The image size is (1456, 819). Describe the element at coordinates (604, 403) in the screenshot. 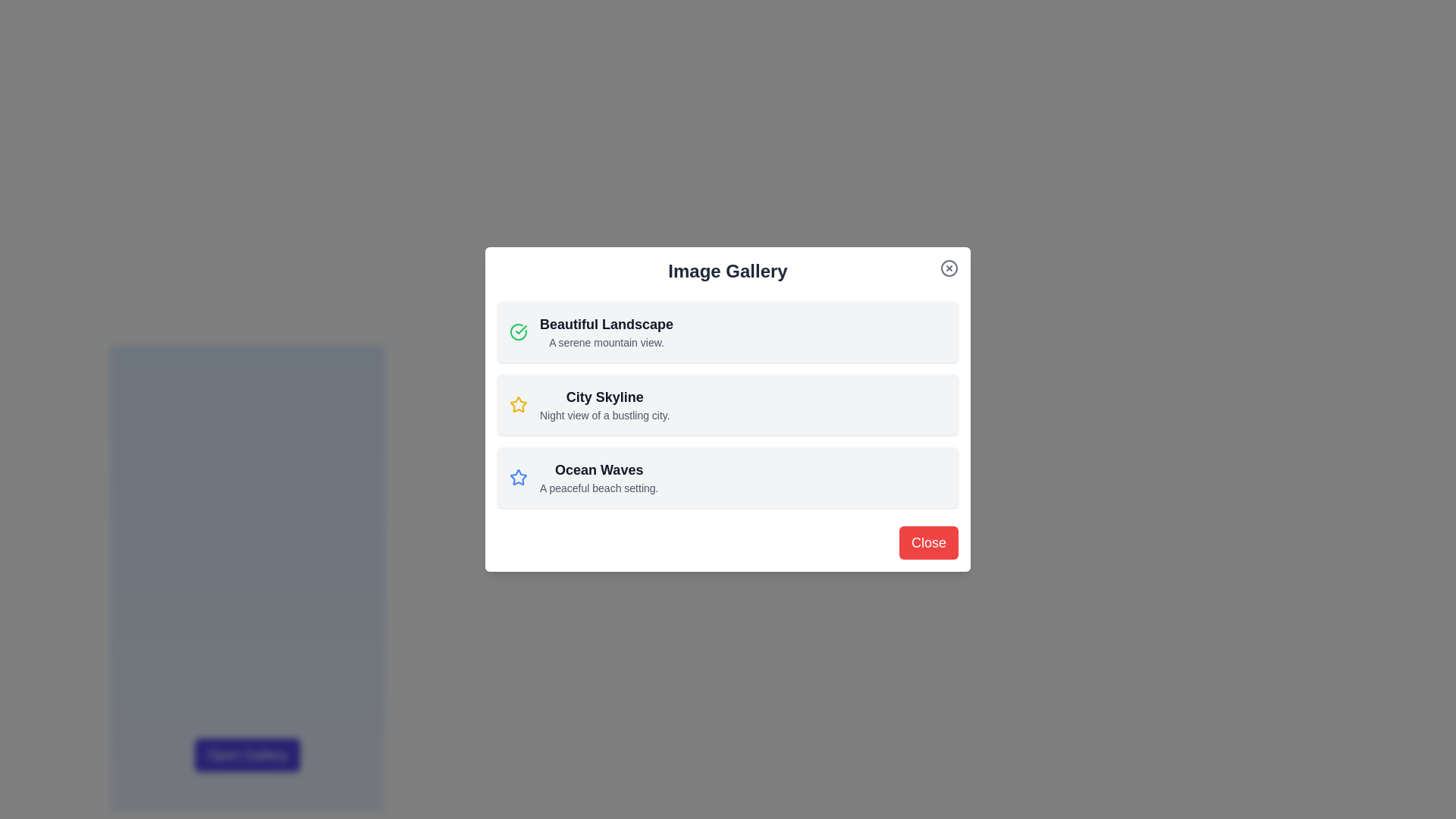

I see `the second item in the vertical list within the 'Image Gallery' modal dialog, which represents a selectable option about a city skyline view` at that location.